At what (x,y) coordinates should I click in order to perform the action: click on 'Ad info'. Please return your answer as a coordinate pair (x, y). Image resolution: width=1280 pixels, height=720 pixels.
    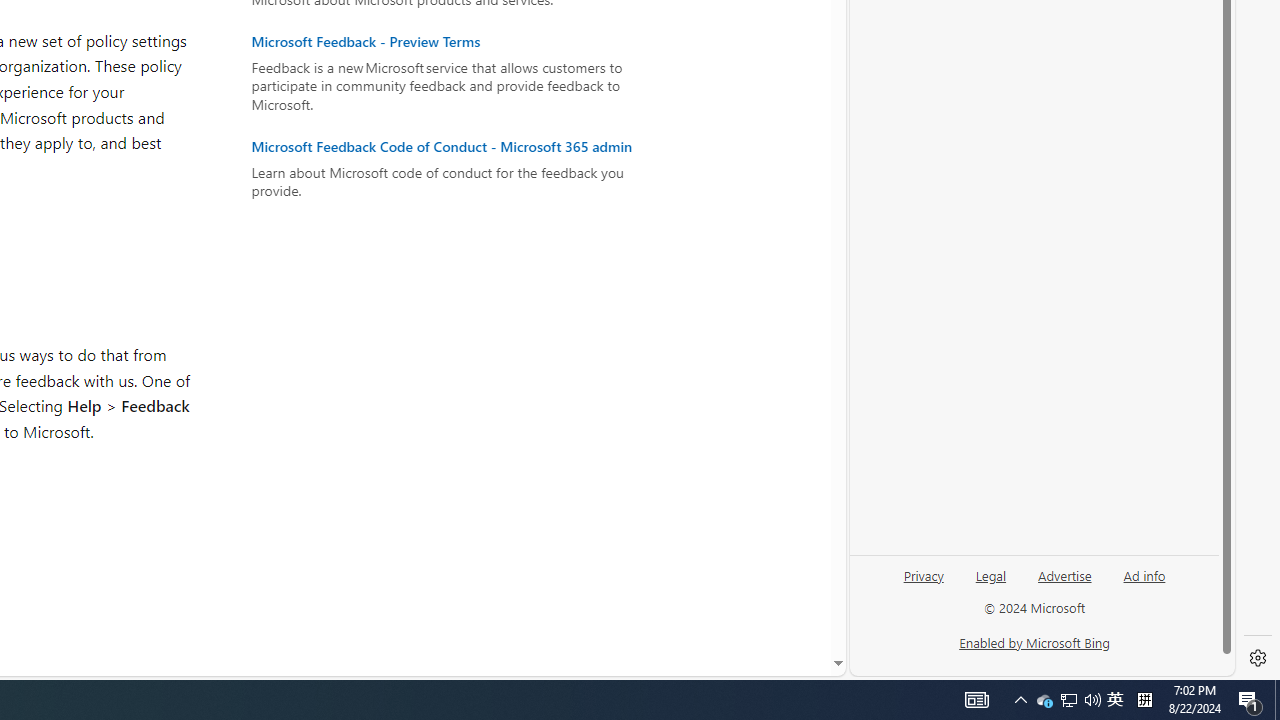
    Looking at the image, I should click on (1144, 574).